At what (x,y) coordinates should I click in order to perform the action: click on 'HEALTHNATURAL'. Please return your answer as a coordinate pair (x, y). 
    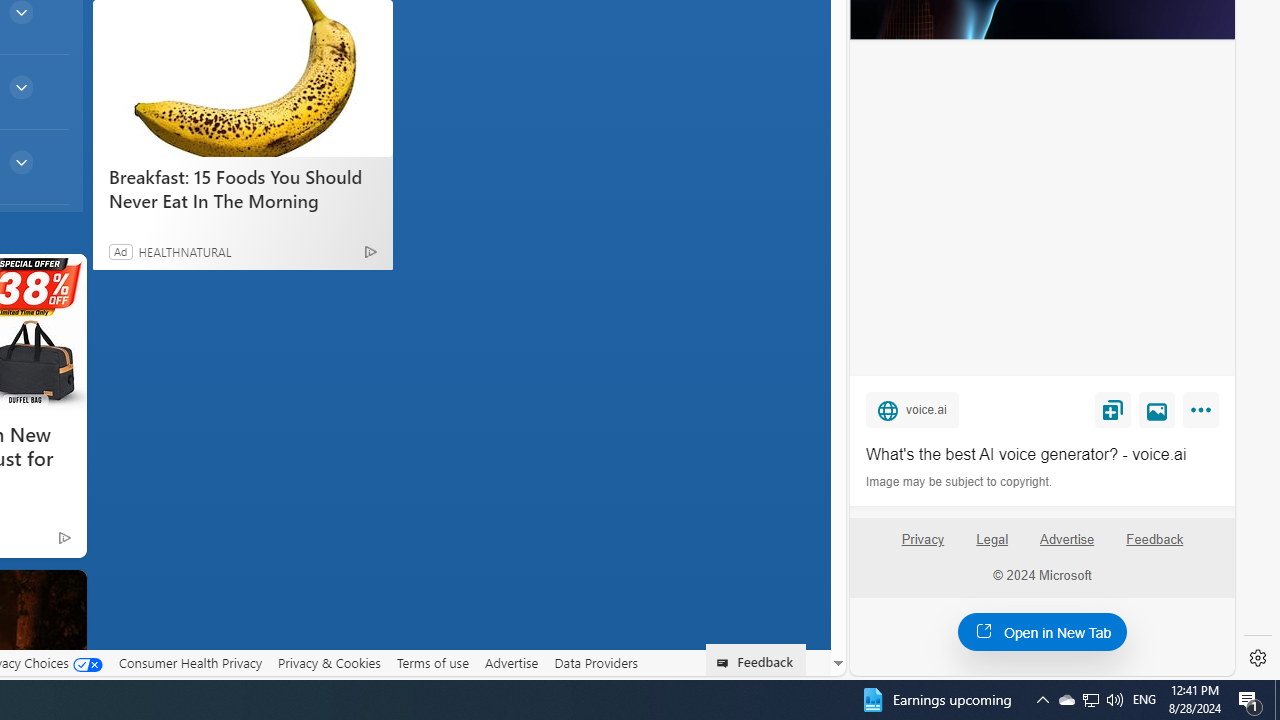
    Looking at the image, I should click on (184, 250).